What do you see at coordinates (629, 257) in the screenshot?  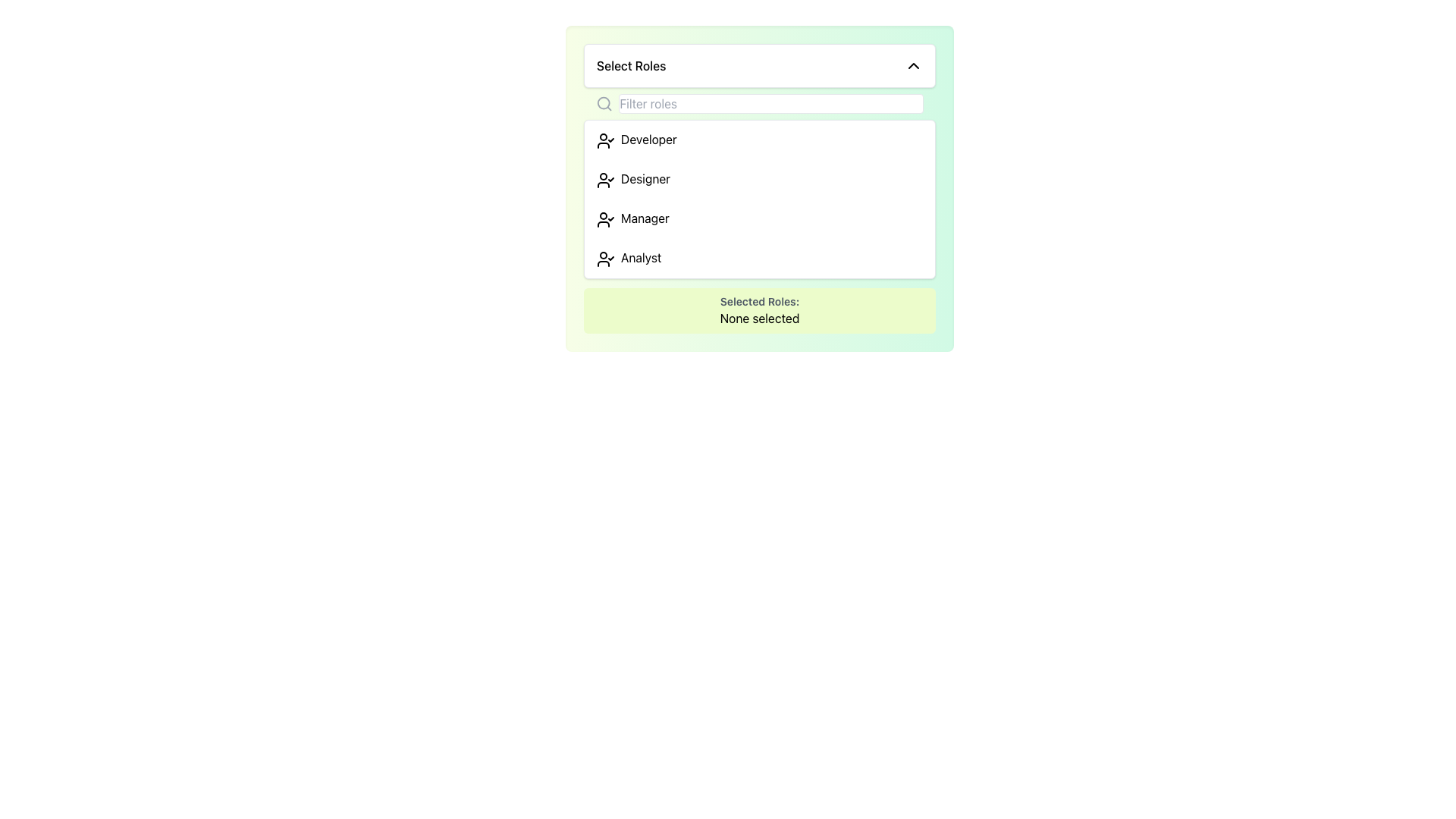 I see `the text label displaying the word 'Analyst' at the bottom of the dropdown list` at bounding box center [629, 257].